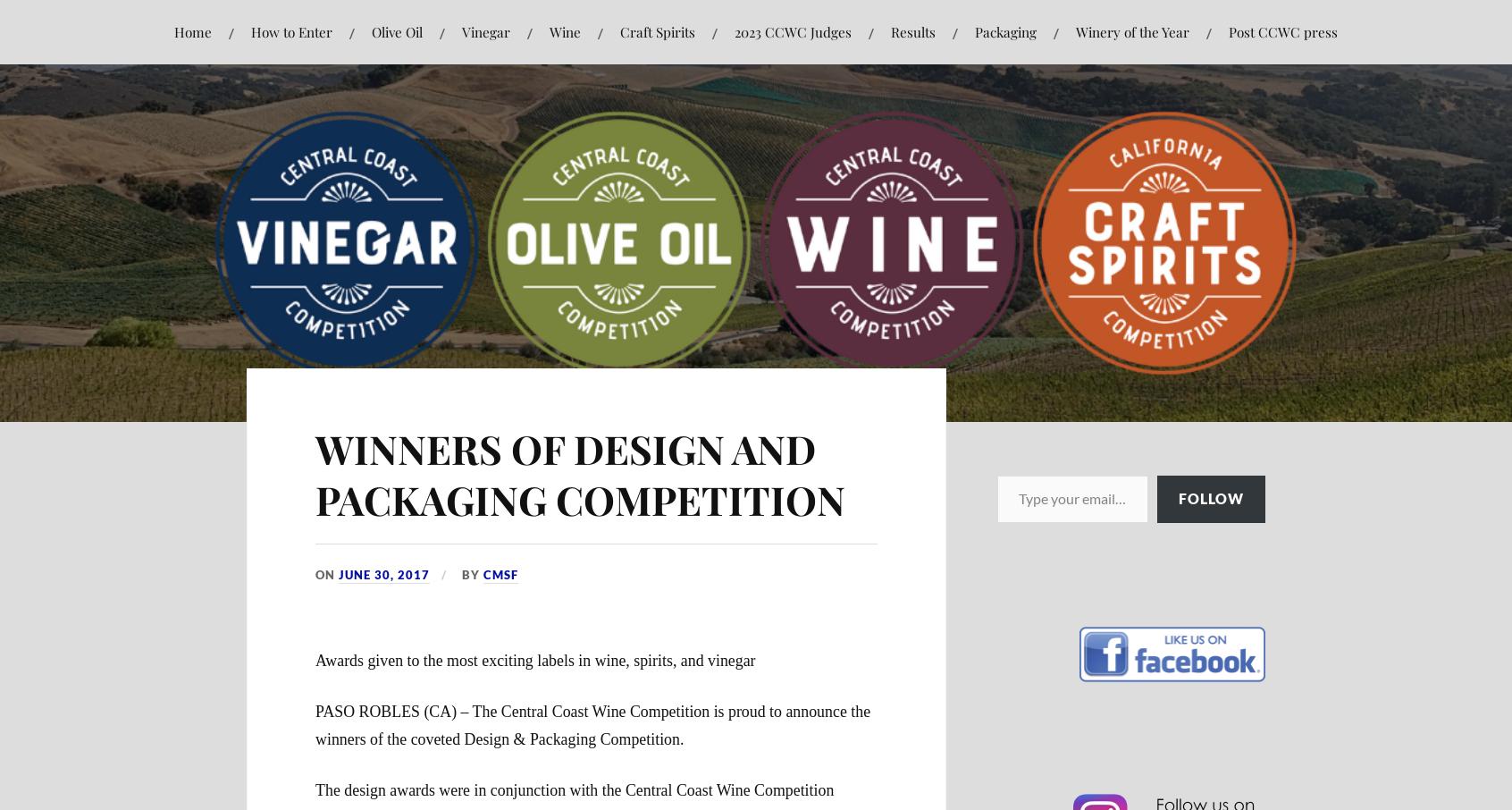 The width and height of the screenshot is (1512, 810). I want to click on 'Wine', so click(564, 30).